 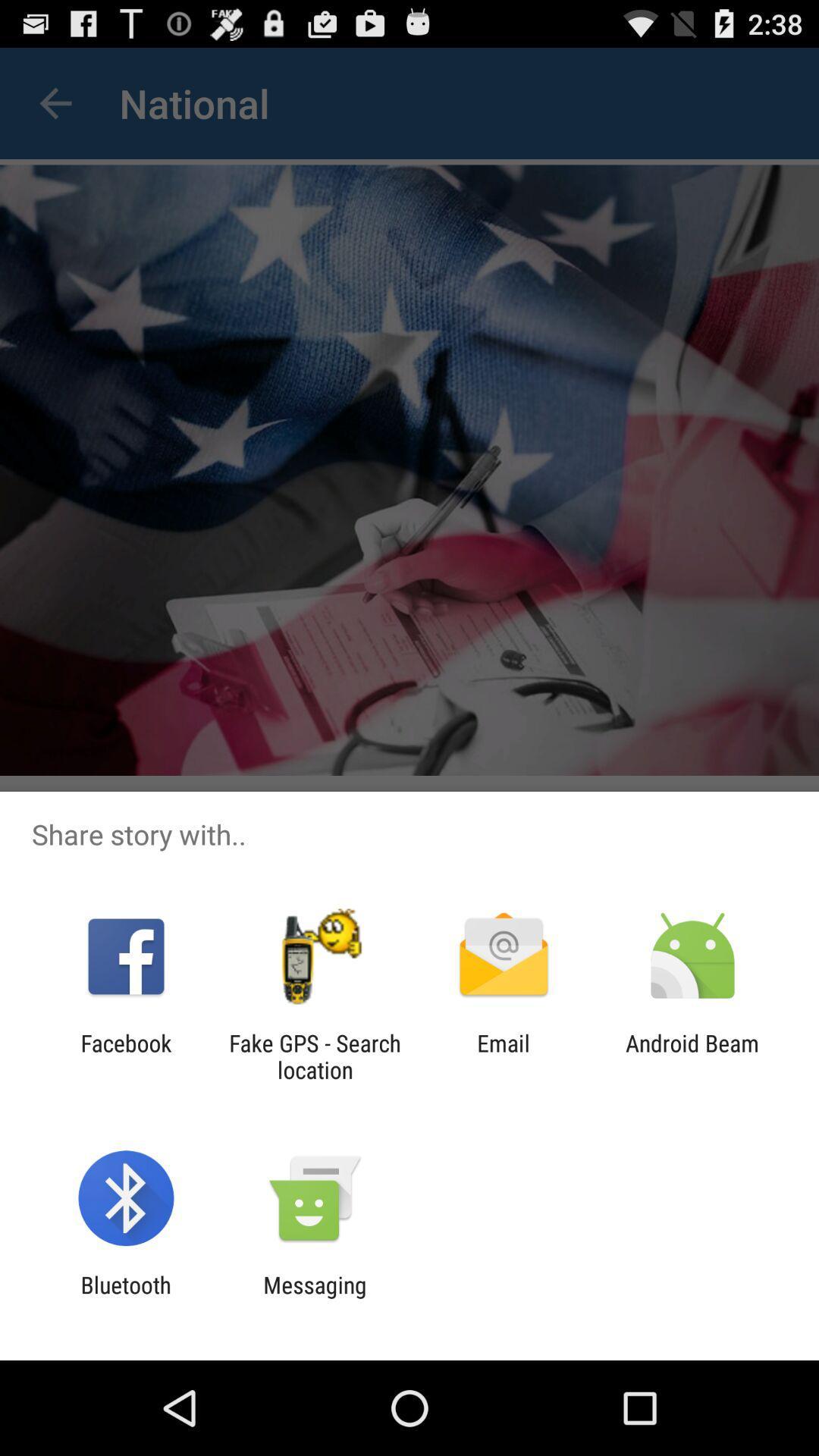 What do you see at coordinates (314, 1056) in the screenshot?
I see `the fake gps search` at bounding box center [314, 1056].